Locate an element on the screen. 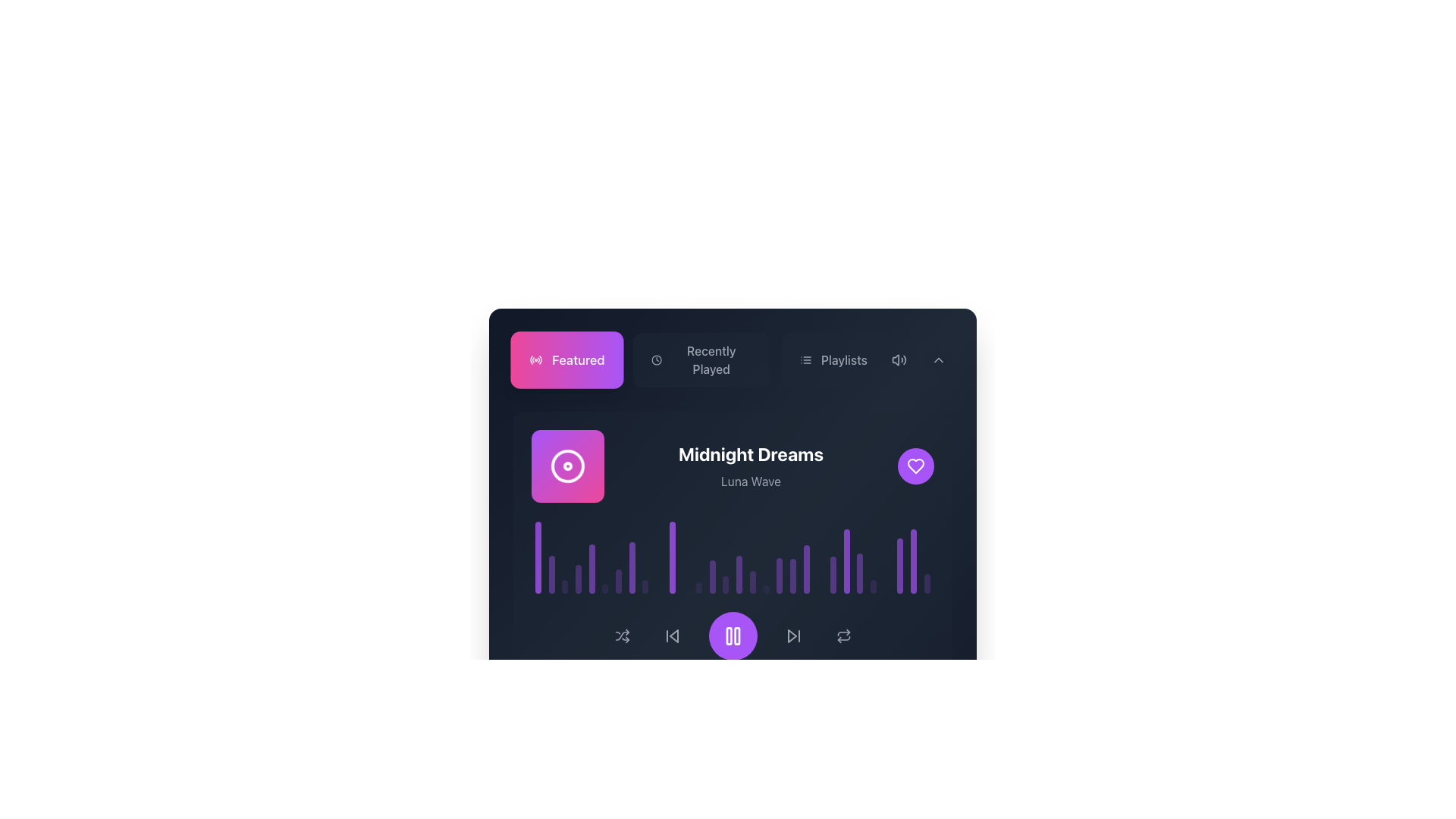 This screenshot has height=819, width=1456. the volume control button located to the left of the downward-pointing chevron button in the upper-right corner of the interface is located at coordinates (899, 359).